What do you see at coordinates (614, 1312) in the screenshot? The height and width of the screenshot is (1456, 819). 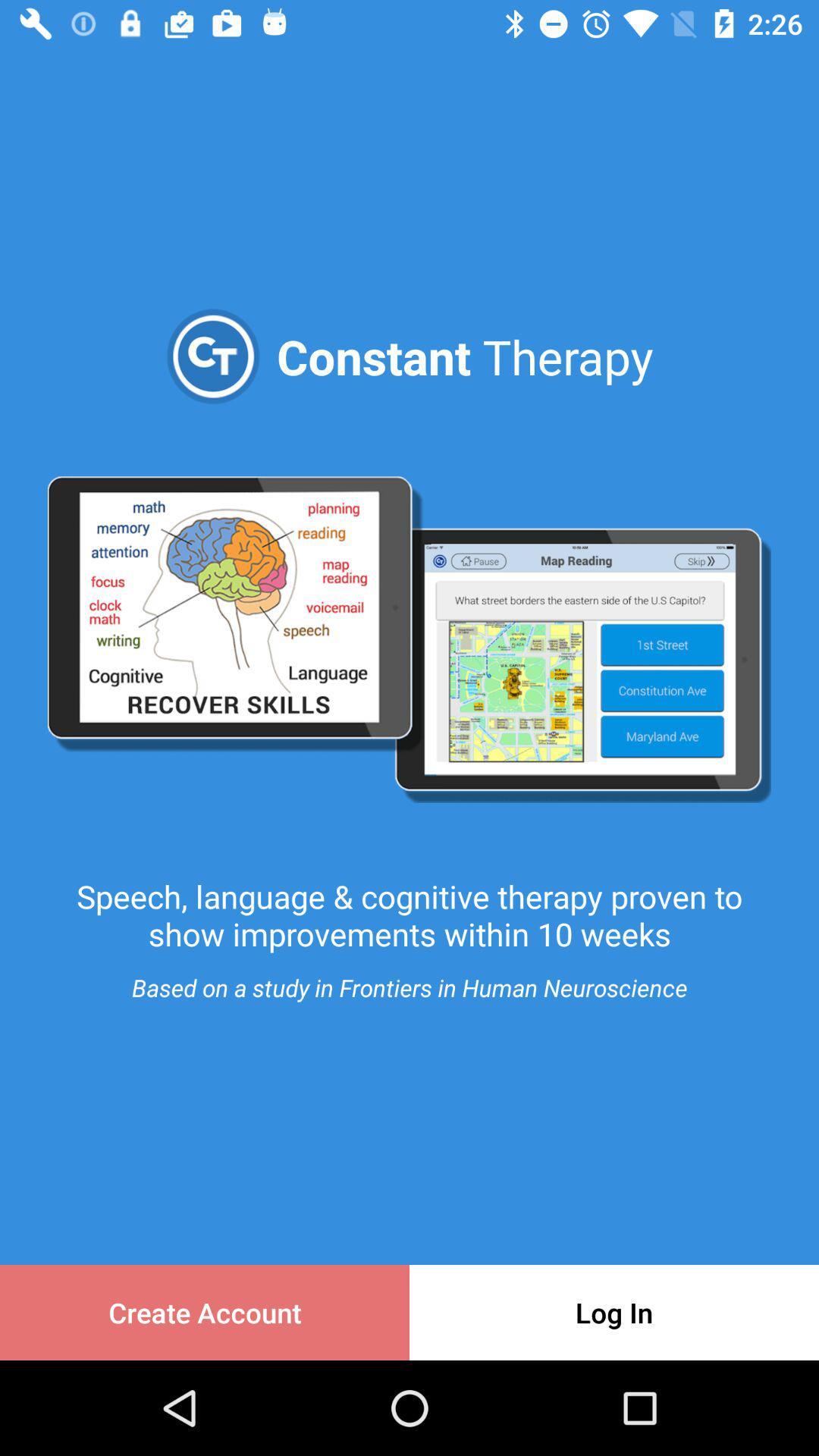 I see `the item to the right of the create account item` at bounding box center [614, 1312].